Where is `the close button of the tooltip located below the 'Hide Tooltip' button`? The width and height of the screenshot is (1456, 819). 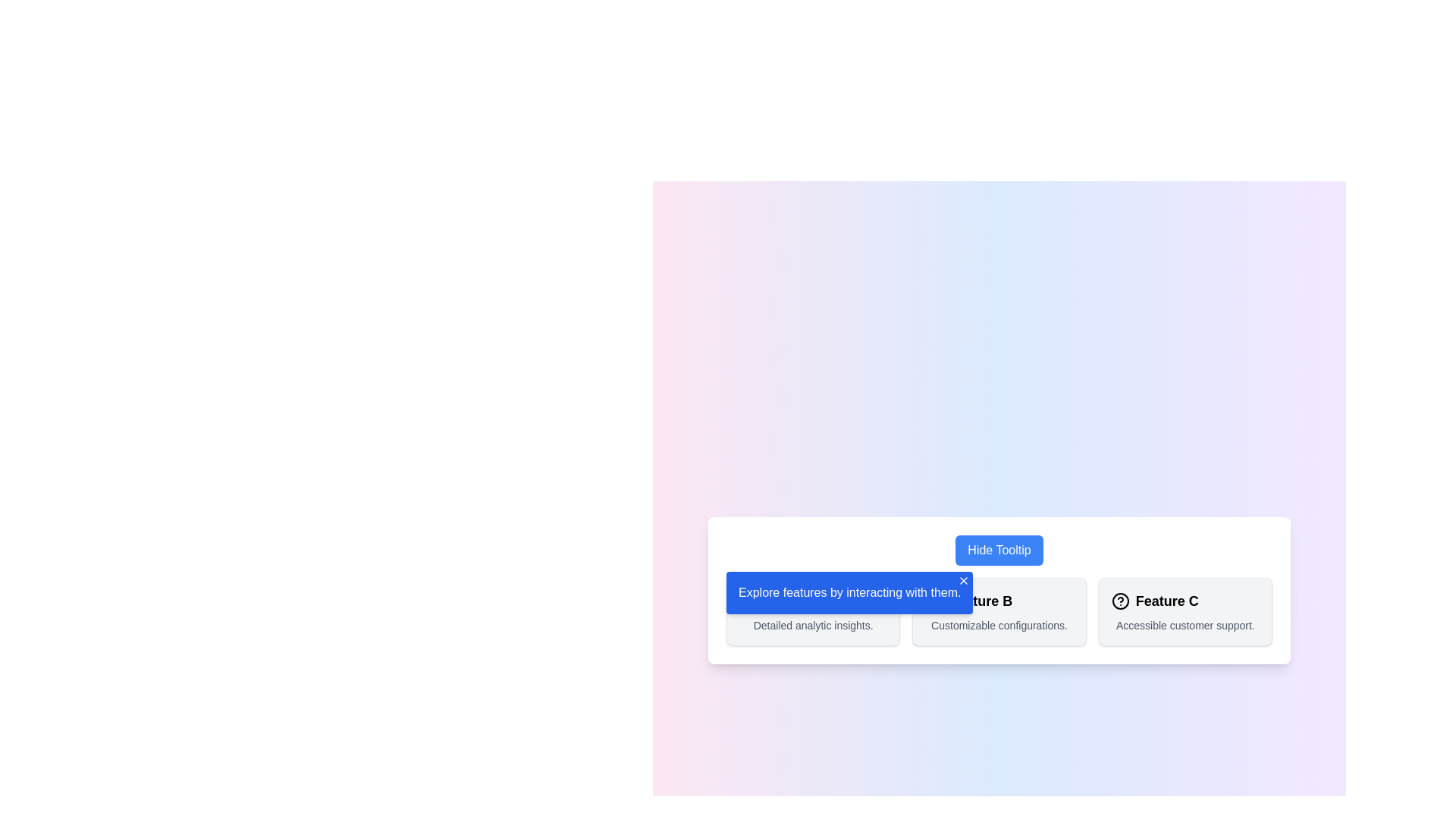 the close button of the tooltip located below the 'Hide Tooltip' button is located at coordinates (849, 592).